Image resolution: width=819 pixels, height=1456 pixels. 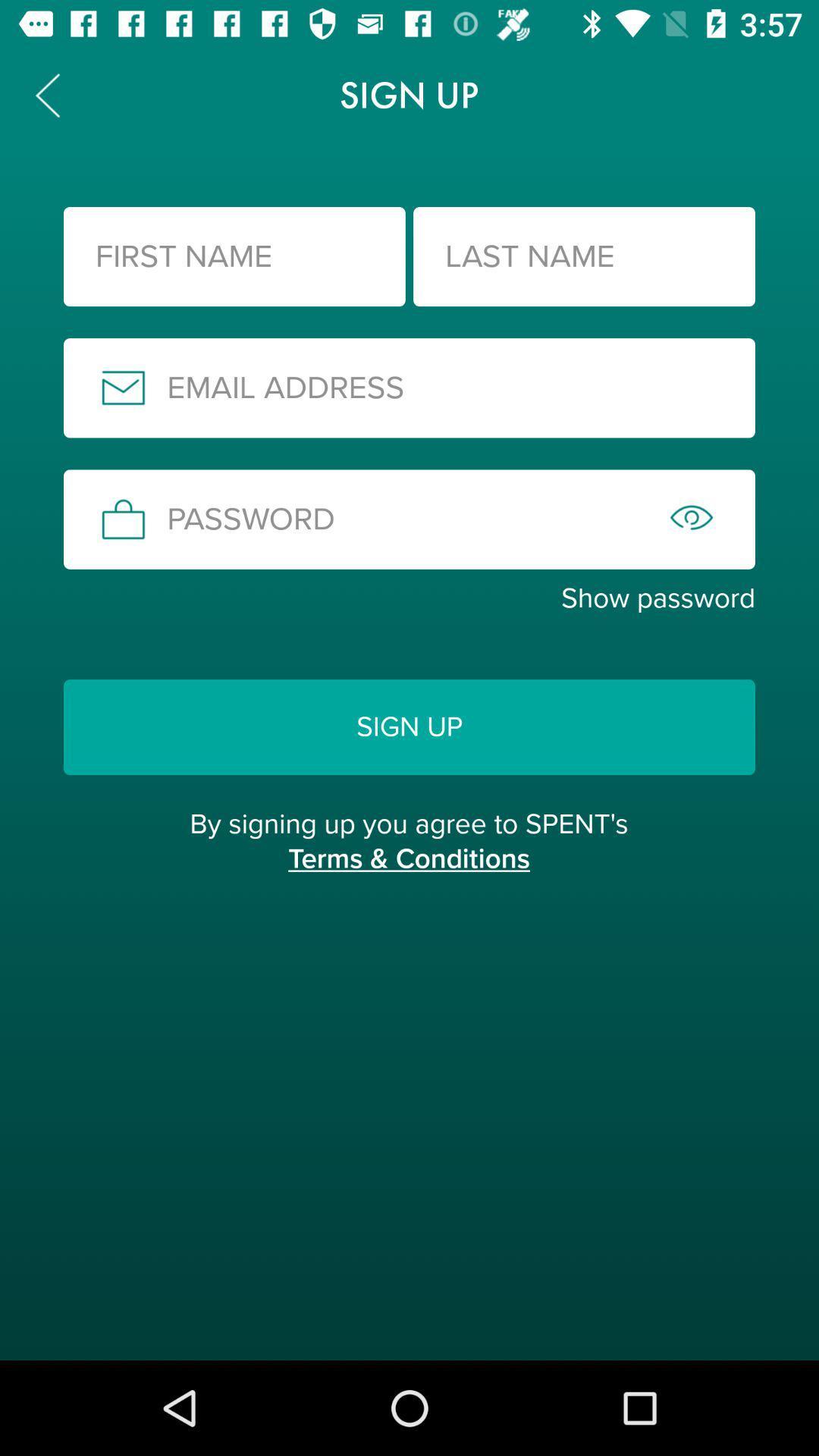 I want to click on the arrow_backward icon, so click(x=46, y=94).